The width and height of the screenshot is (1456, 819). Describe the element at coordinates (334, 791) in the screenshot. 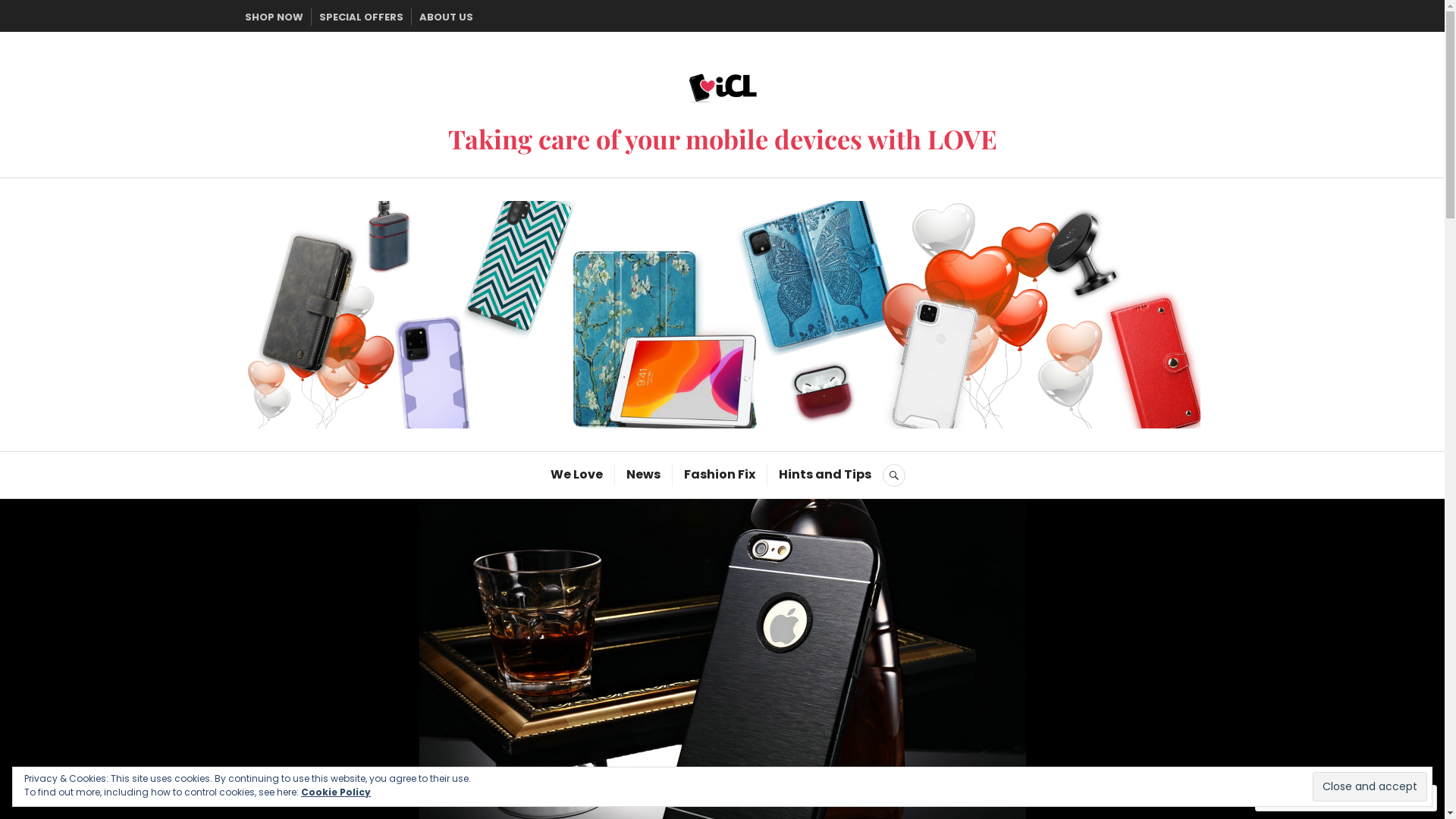

I see `'Cookie Policy'` at that location.